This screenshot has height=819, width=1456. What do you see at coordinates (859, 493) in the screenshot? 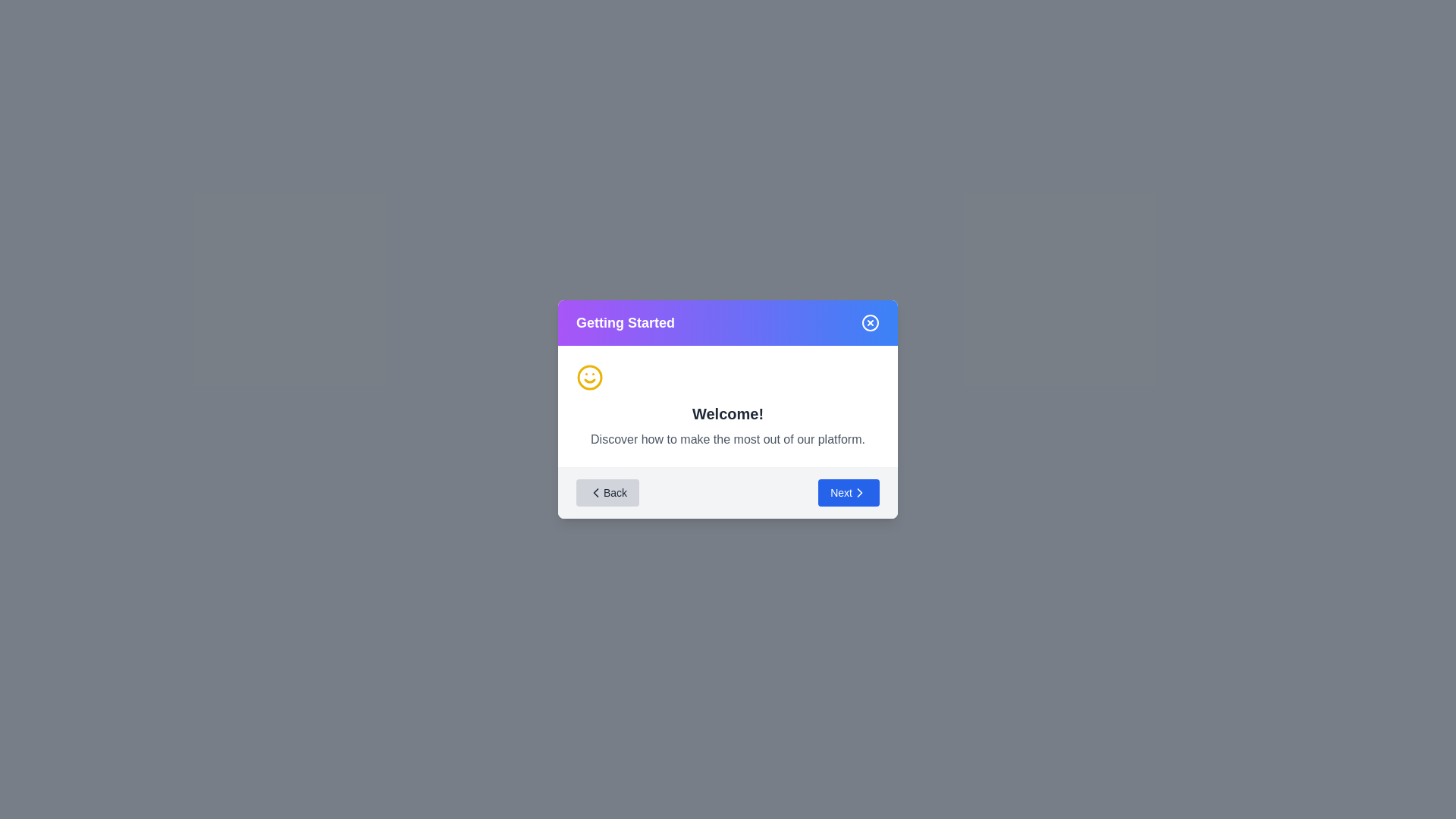
I see `the icon located at the bottom-right of the 'Next' button to interact with it and proceed to the next step` at bounding box center [859, 493].